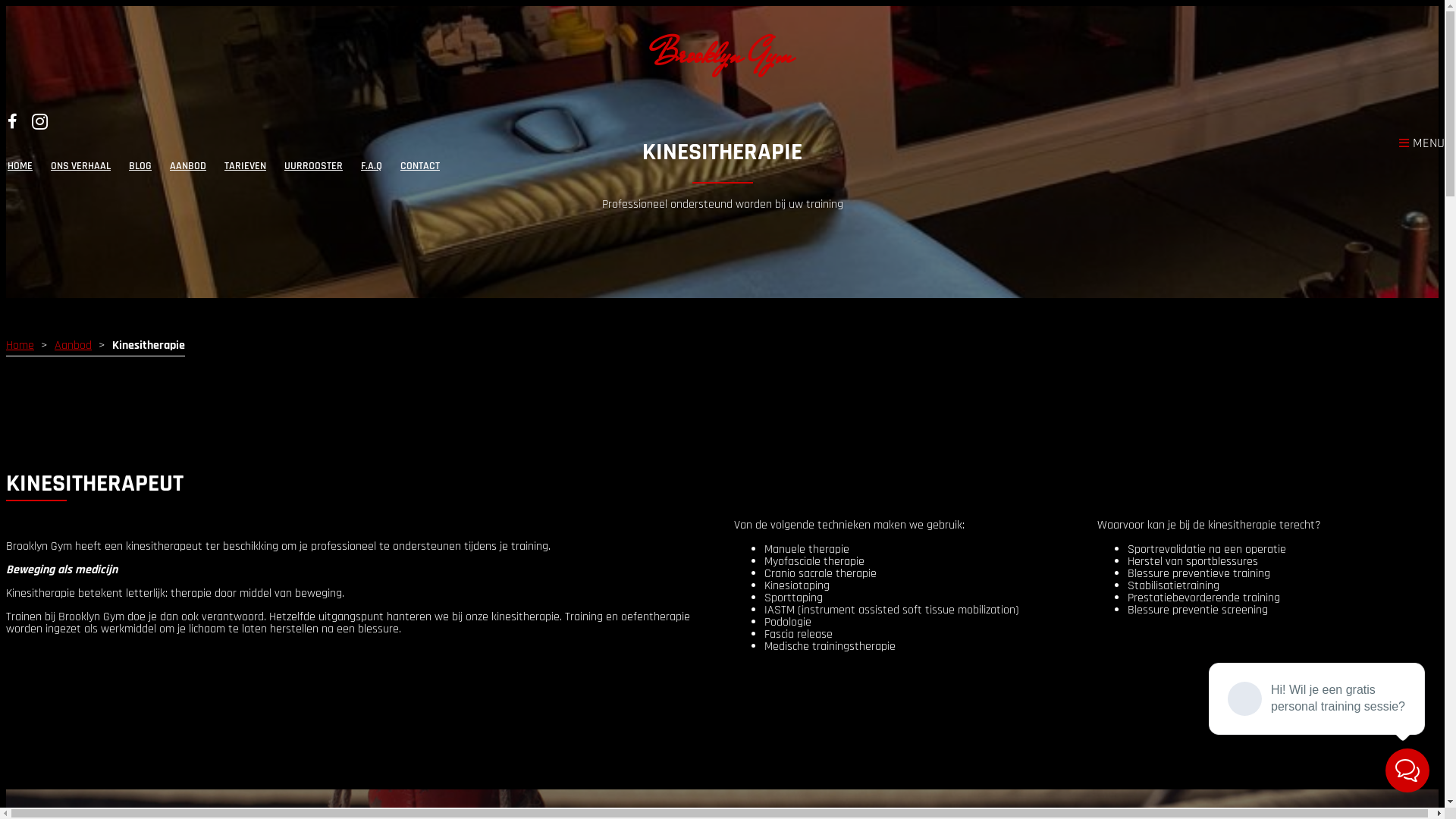  Describe the element at coordinates (419, 166) in the screenshot. I see `'CONTACT'` at that location.